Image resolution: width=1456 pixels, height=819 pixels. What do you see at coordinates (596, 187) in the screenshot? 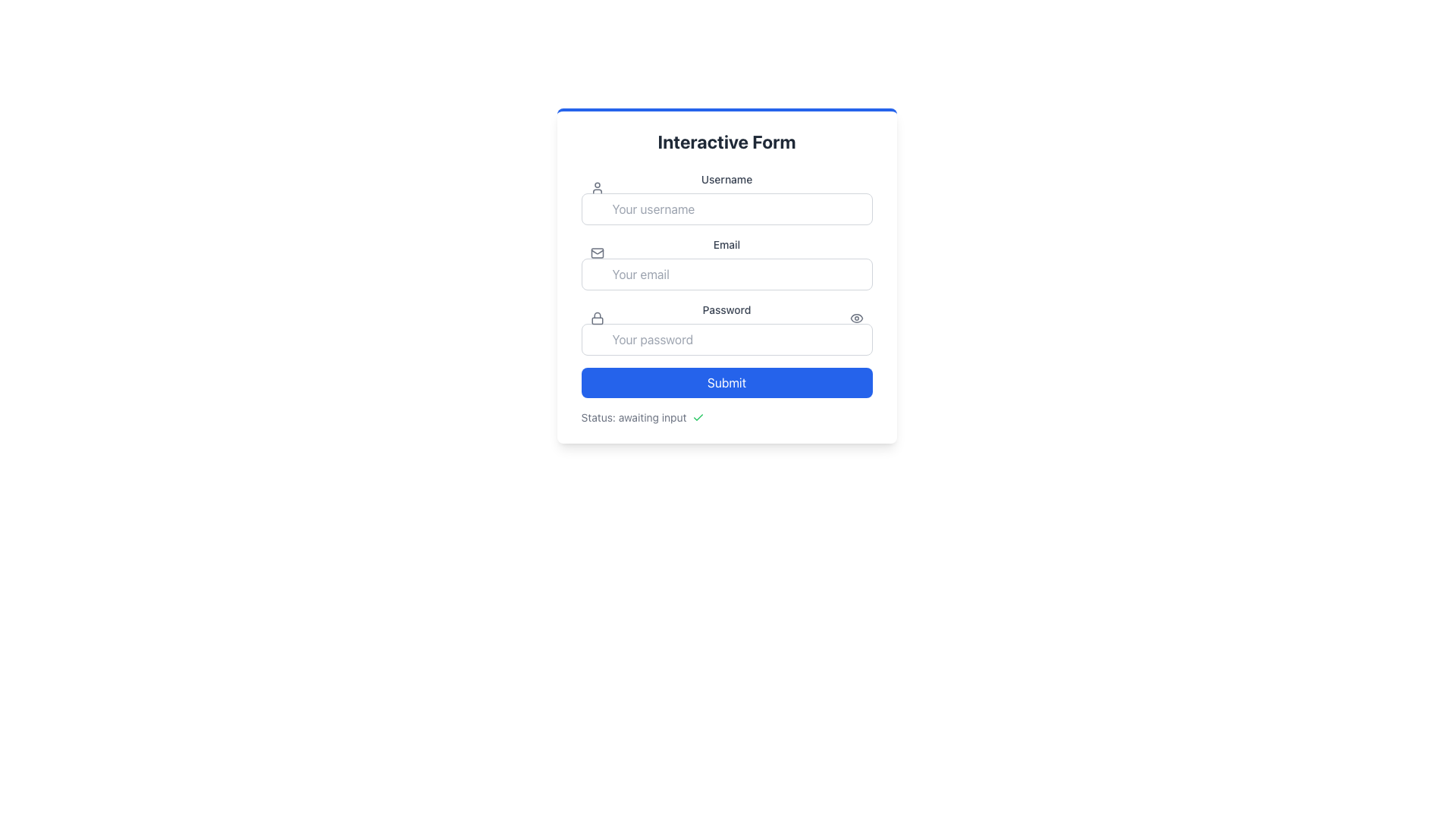
I see `the user icon located at the far-left inside the 'Username' input field, which is represented by a circular head and simplified body in gray, serving as a visual indicator for the field's purpose` at bounding box center [596, 187].